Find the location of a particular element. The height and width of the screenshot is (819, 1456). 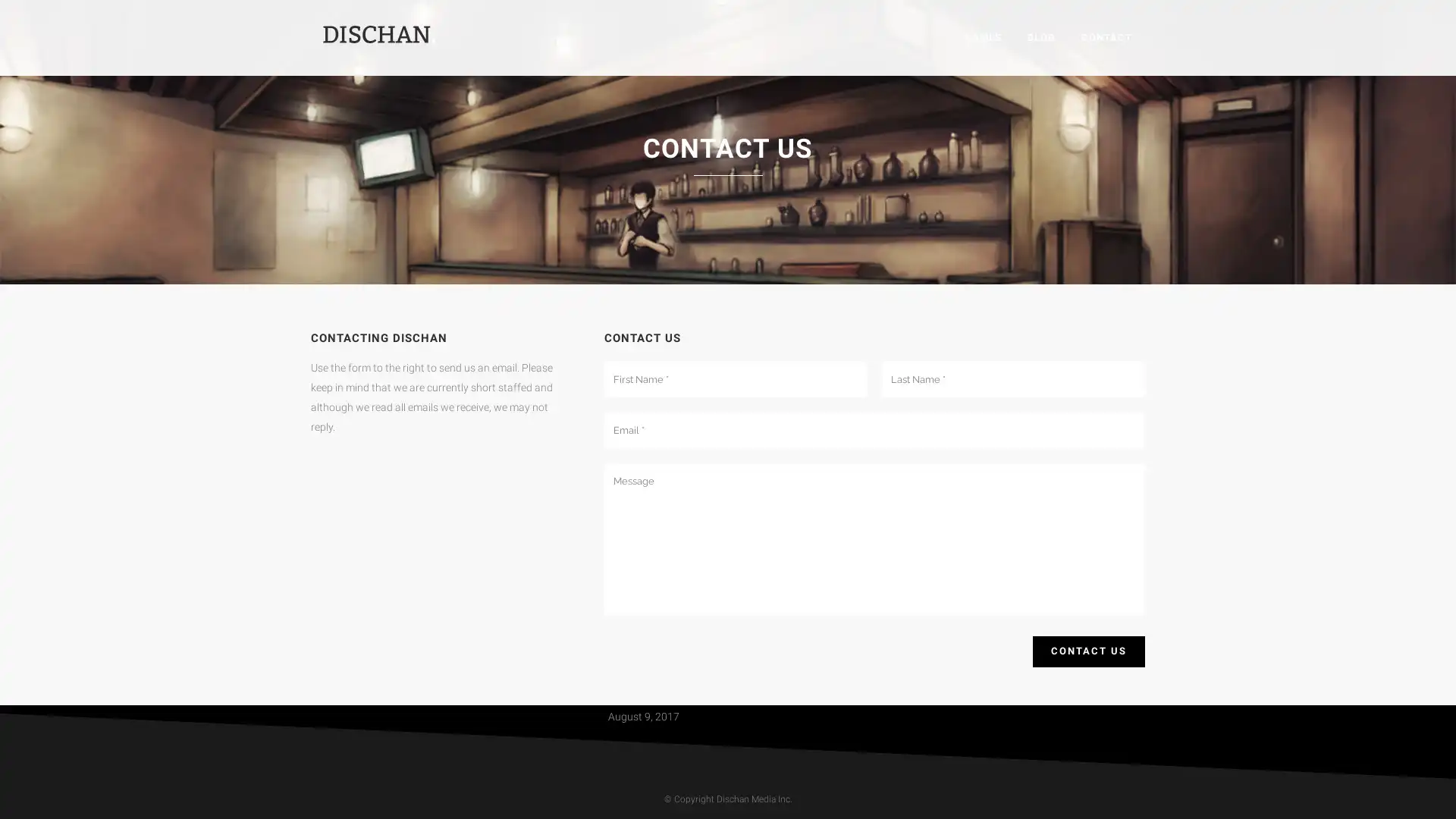

Contact Us is located at coordinates (1087, 650).